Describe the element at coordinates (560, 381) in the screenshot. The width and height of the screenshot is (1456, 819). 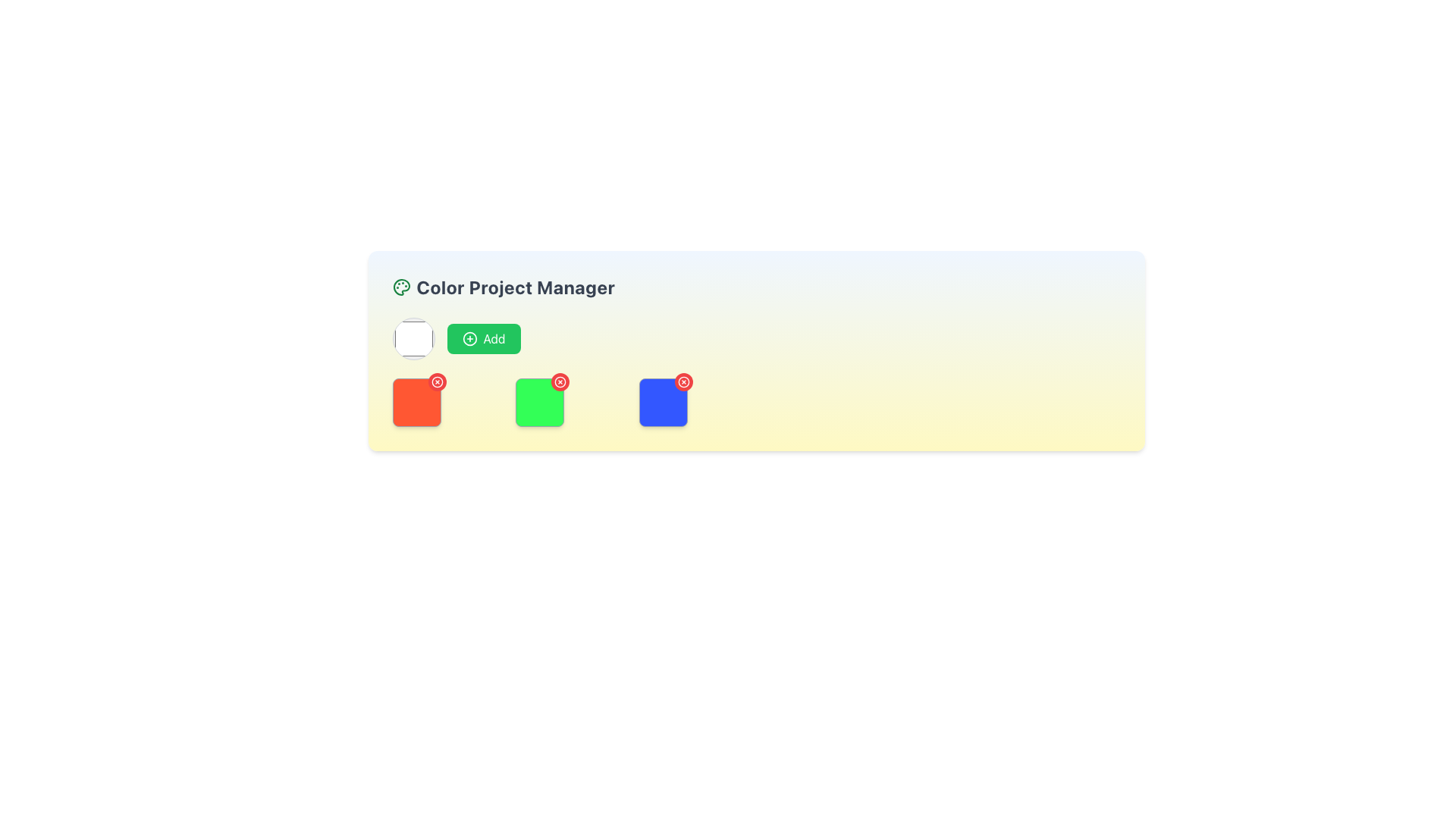
I see `the circular red button with a white cross icon located in the top-right corner of the green square element` at that location.